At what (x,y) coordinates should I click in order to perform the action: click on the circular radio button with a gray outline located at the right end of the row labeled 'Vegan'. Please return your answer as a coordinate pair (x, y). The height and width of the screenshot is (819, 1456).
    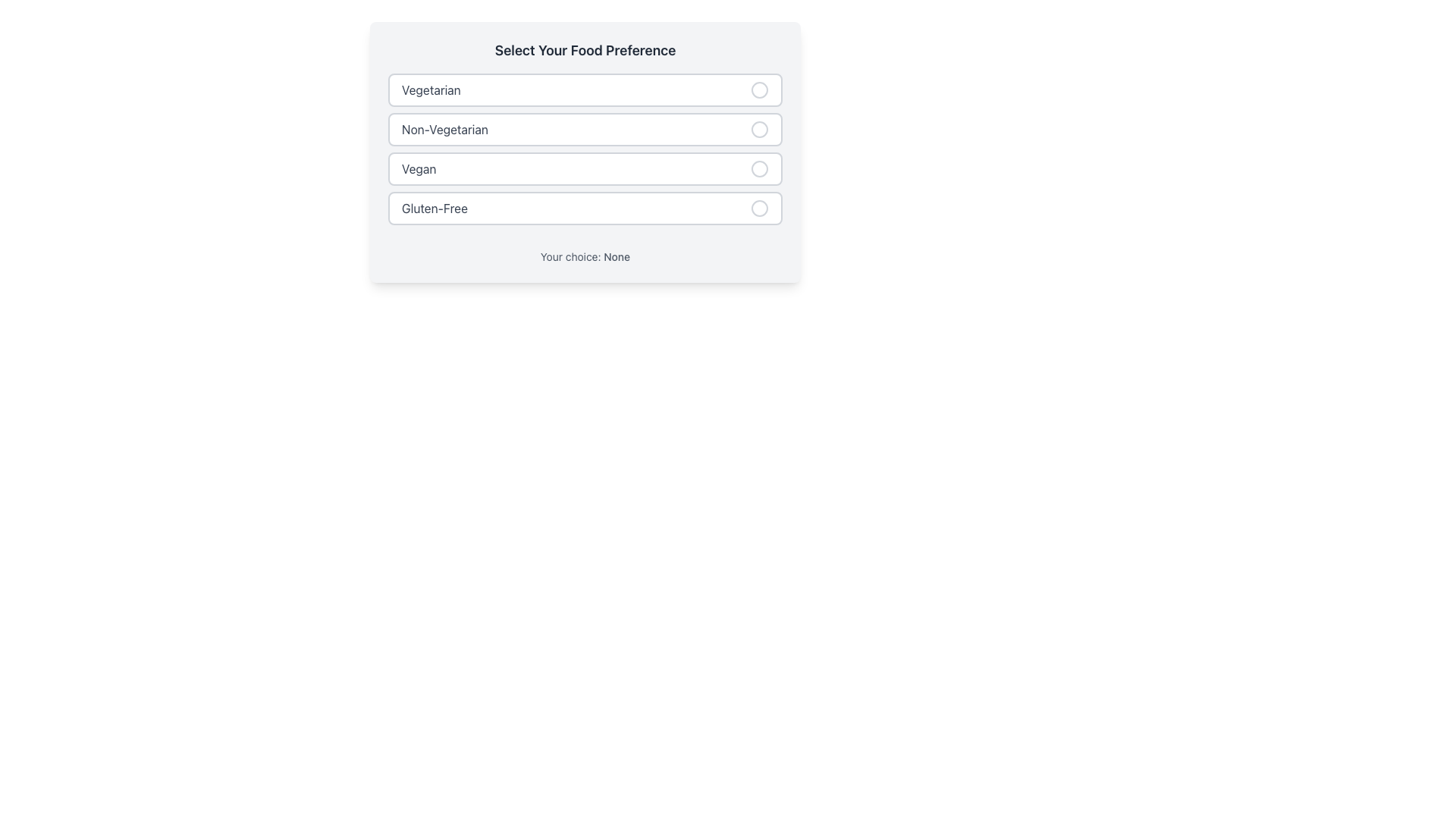
    Looking at the image, I should click on (760, 169).